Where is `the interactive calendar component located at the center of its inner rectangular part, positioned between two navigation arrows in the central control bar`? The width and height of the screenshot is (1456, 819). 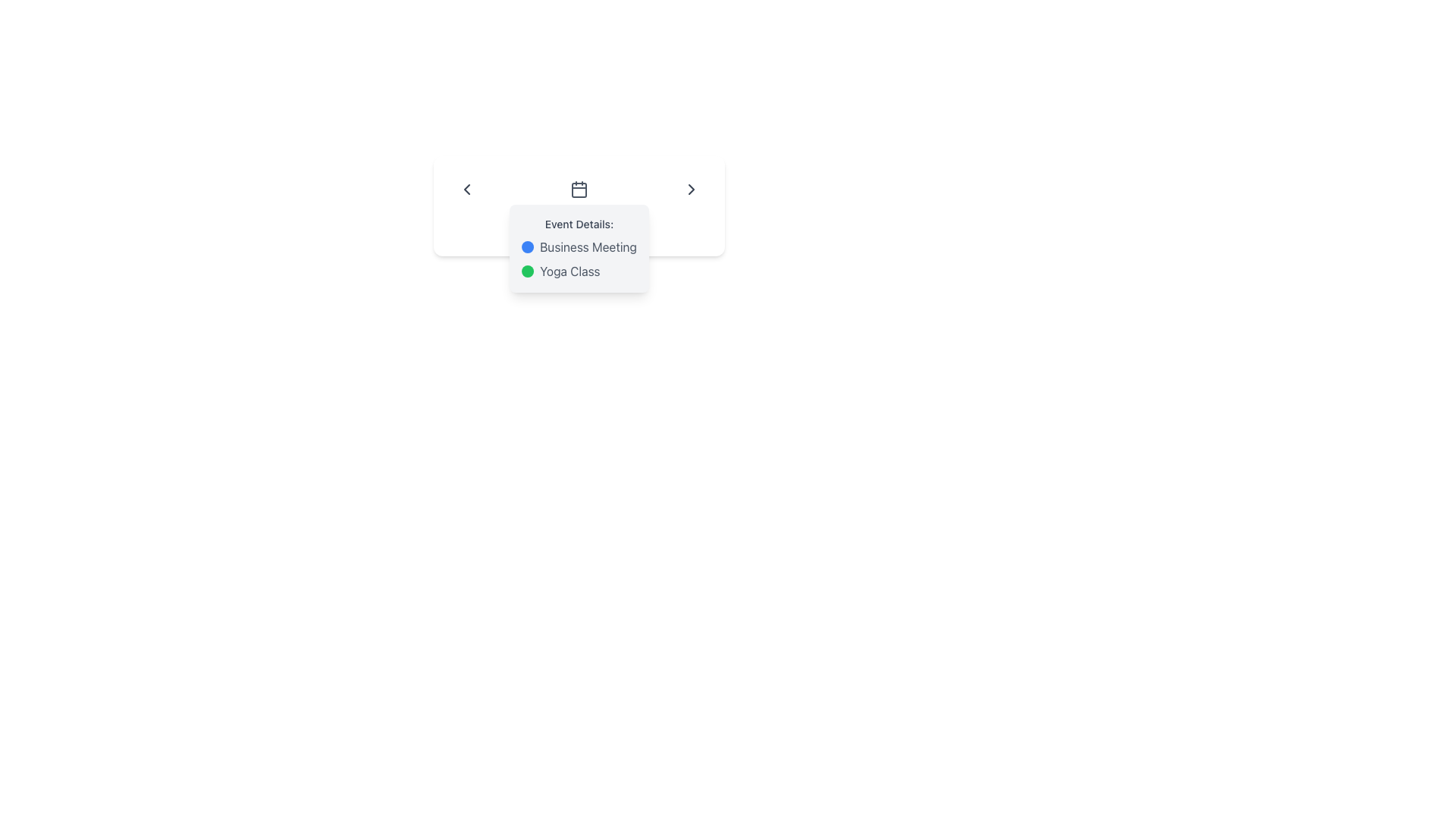
the interactive calendar component located at the center of its inner rectangular part, positioned between two navigation arrows in the central control bar is located at coordinates (578, 189).